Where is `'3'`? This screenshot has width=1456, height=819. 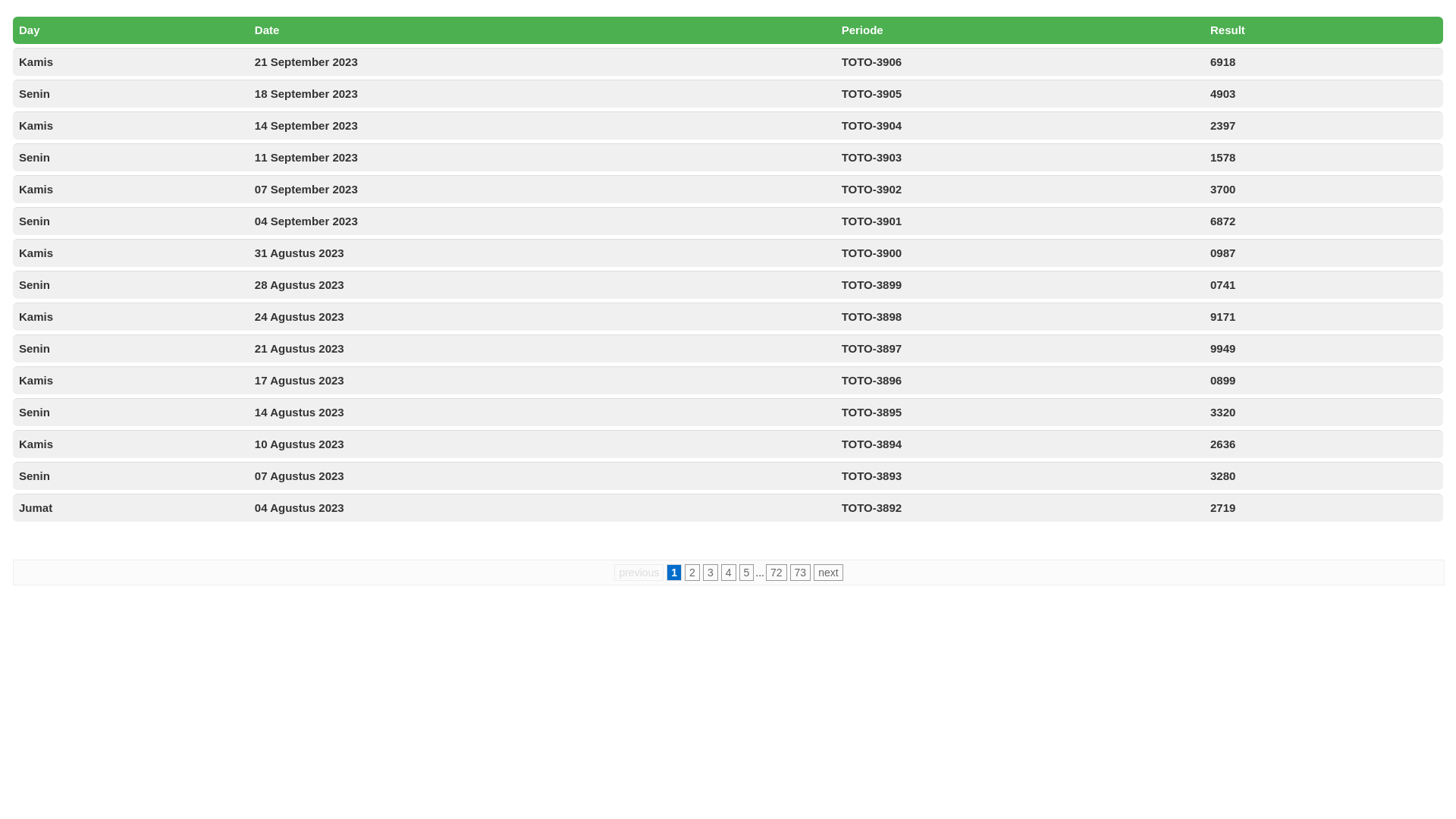
'3' is located at coordinates (709, 573).